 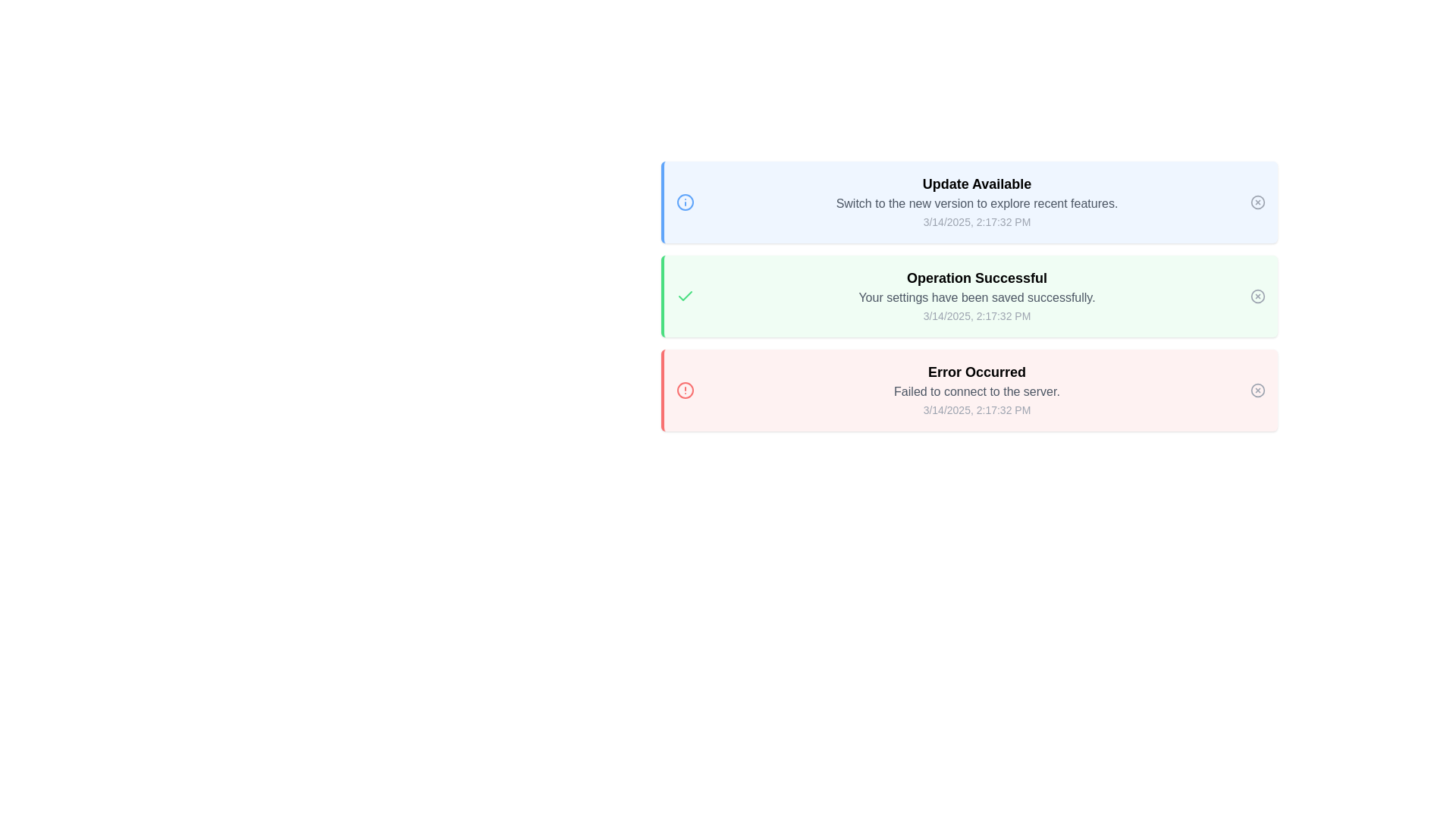 What do you see at coordinates (1258, 388) in the screenshot?
I see `the central circular component of the graphical icon located in the bottom-right corner of the red notification panel` at bounding box center [1258, 388].